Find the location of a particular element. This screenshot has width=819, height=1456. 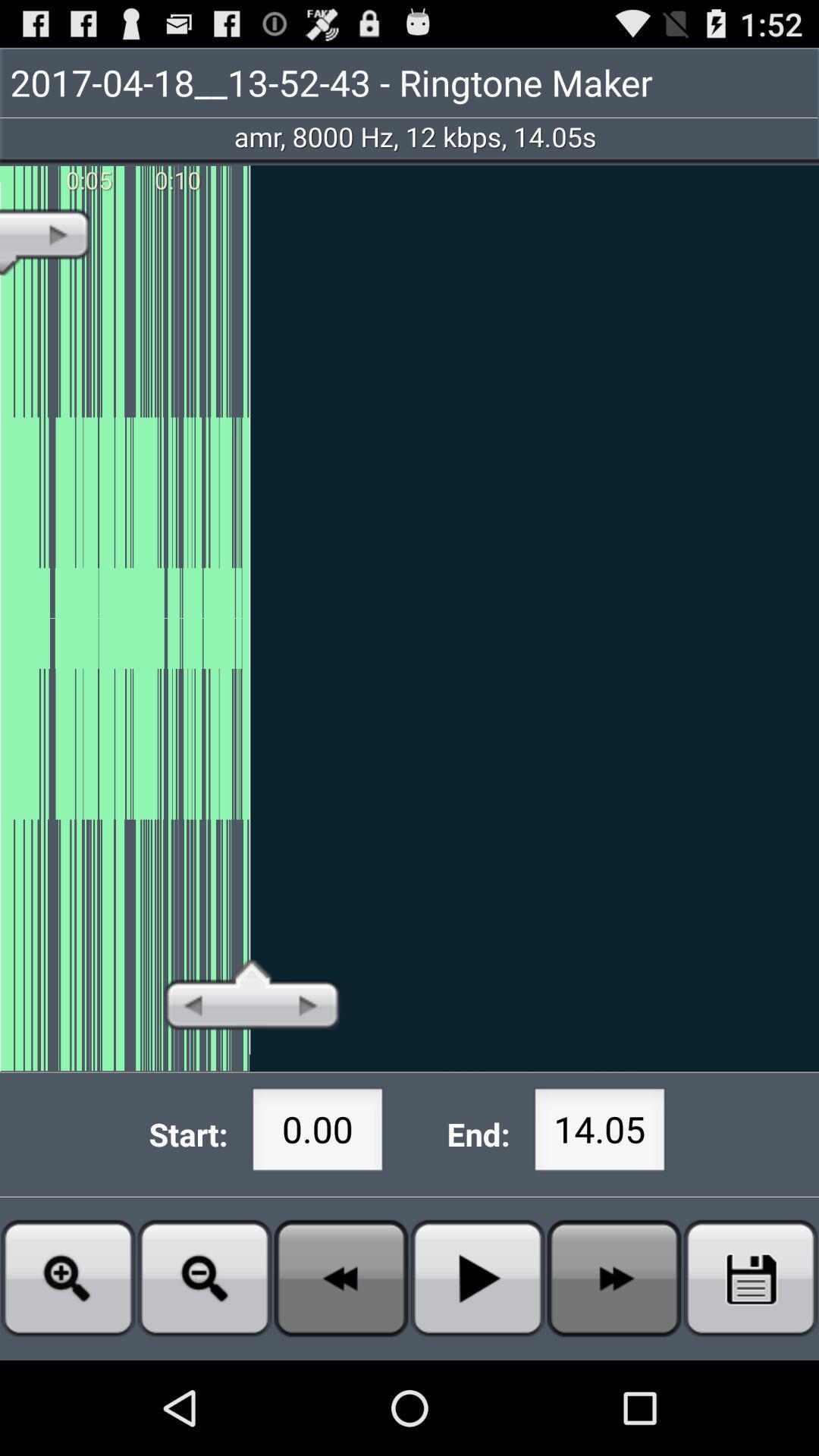

zoom out is located at coordinates (205, 1277).